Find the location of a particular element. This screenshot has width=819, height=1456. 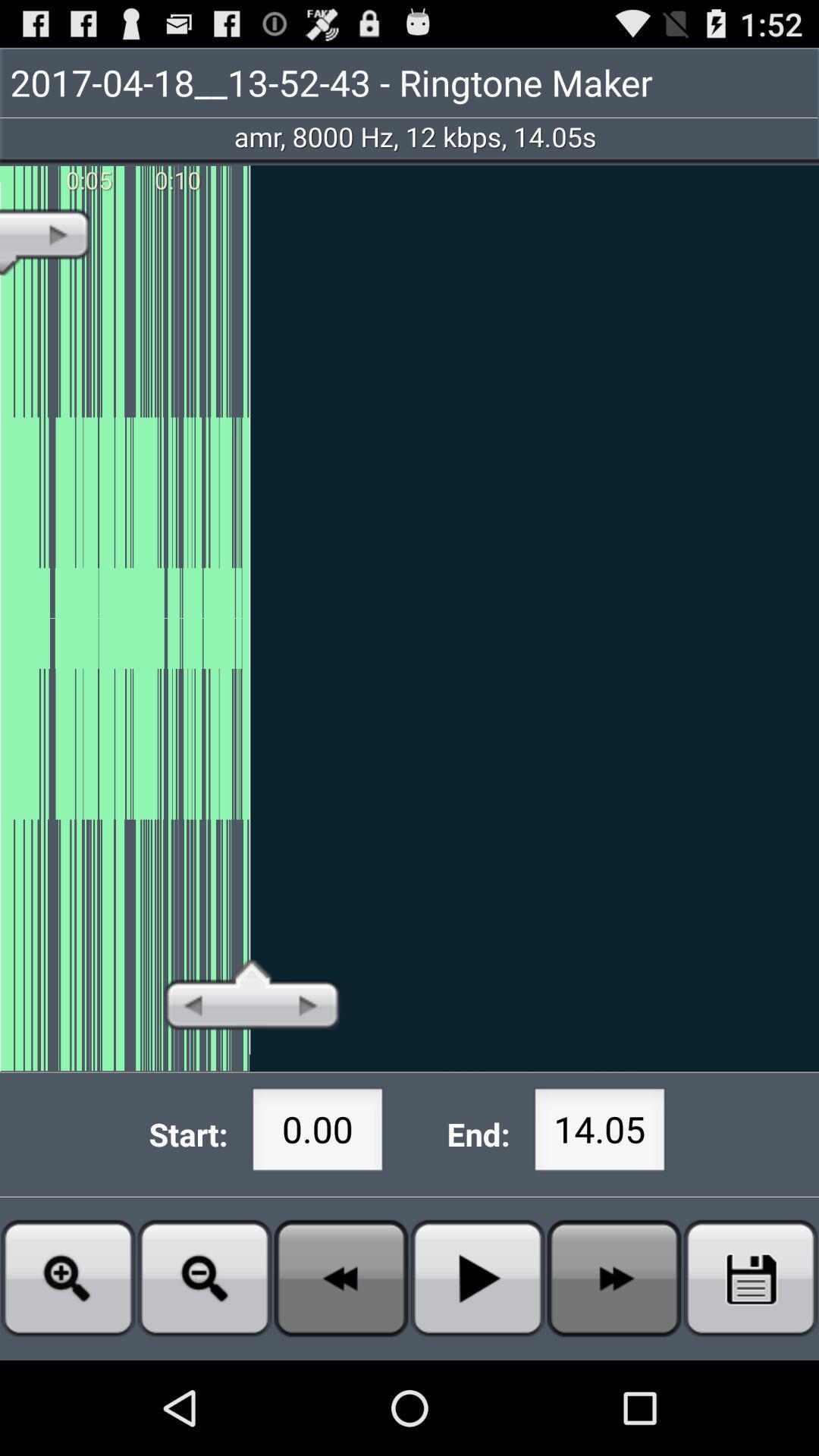

zoom out is located at coordinates (205, 1277).